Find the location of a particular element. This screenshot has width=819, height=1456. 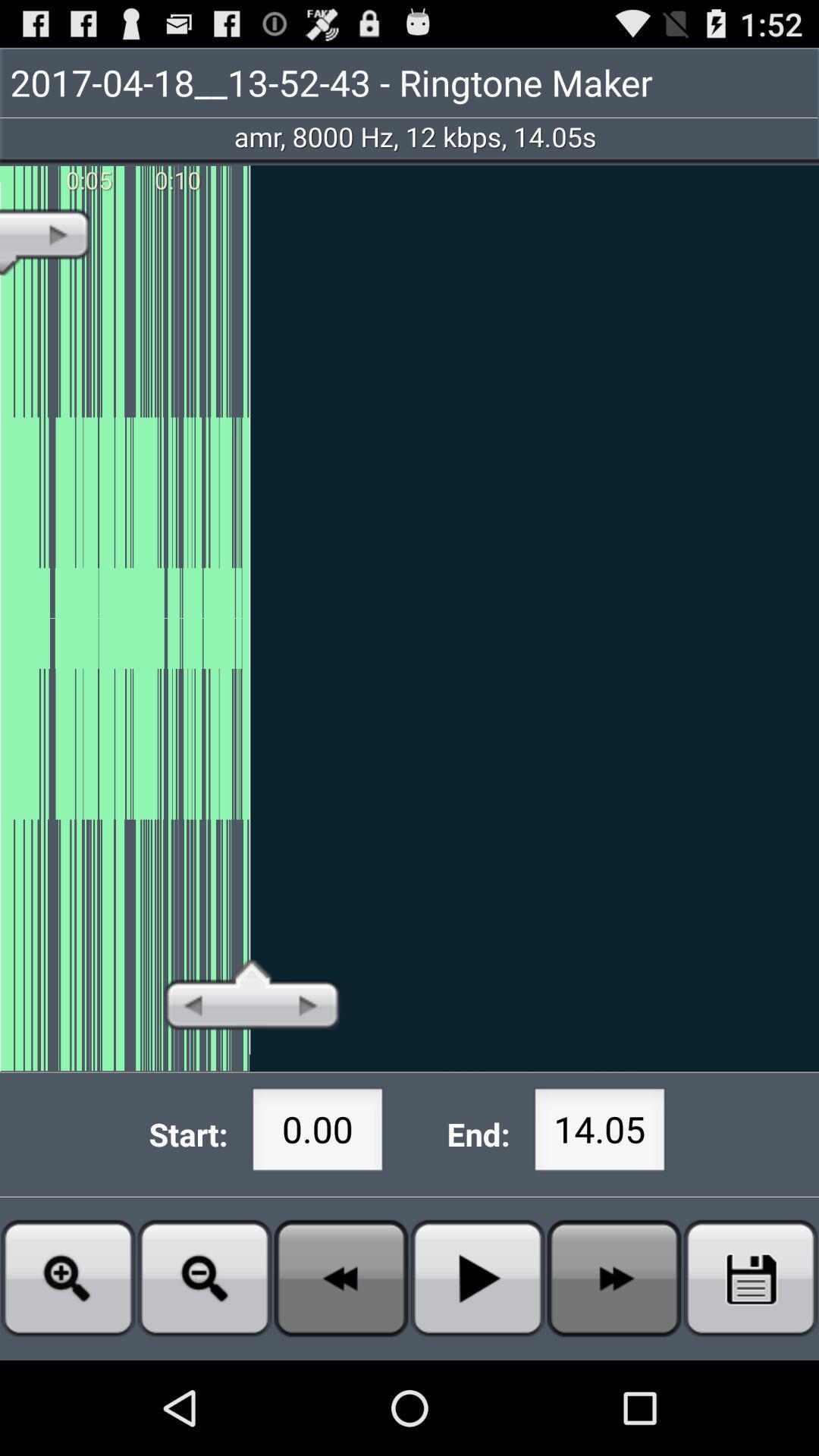

zoom out is located at coordinates (205, 1277).